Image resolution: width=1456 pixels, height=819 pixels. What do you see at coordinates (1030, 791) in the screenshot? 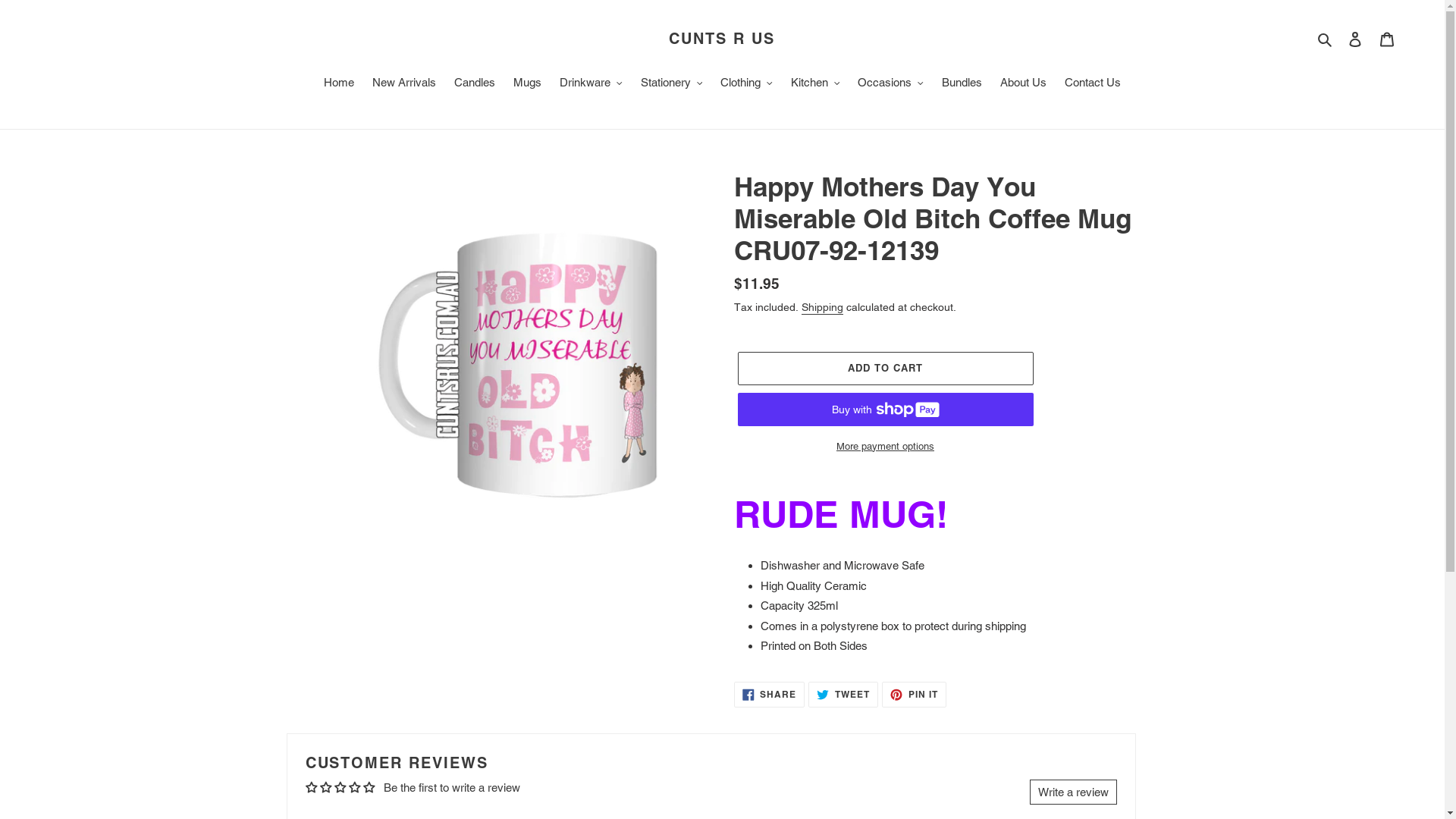
I see `'Write a review'` at bounding box center [1030, 791].